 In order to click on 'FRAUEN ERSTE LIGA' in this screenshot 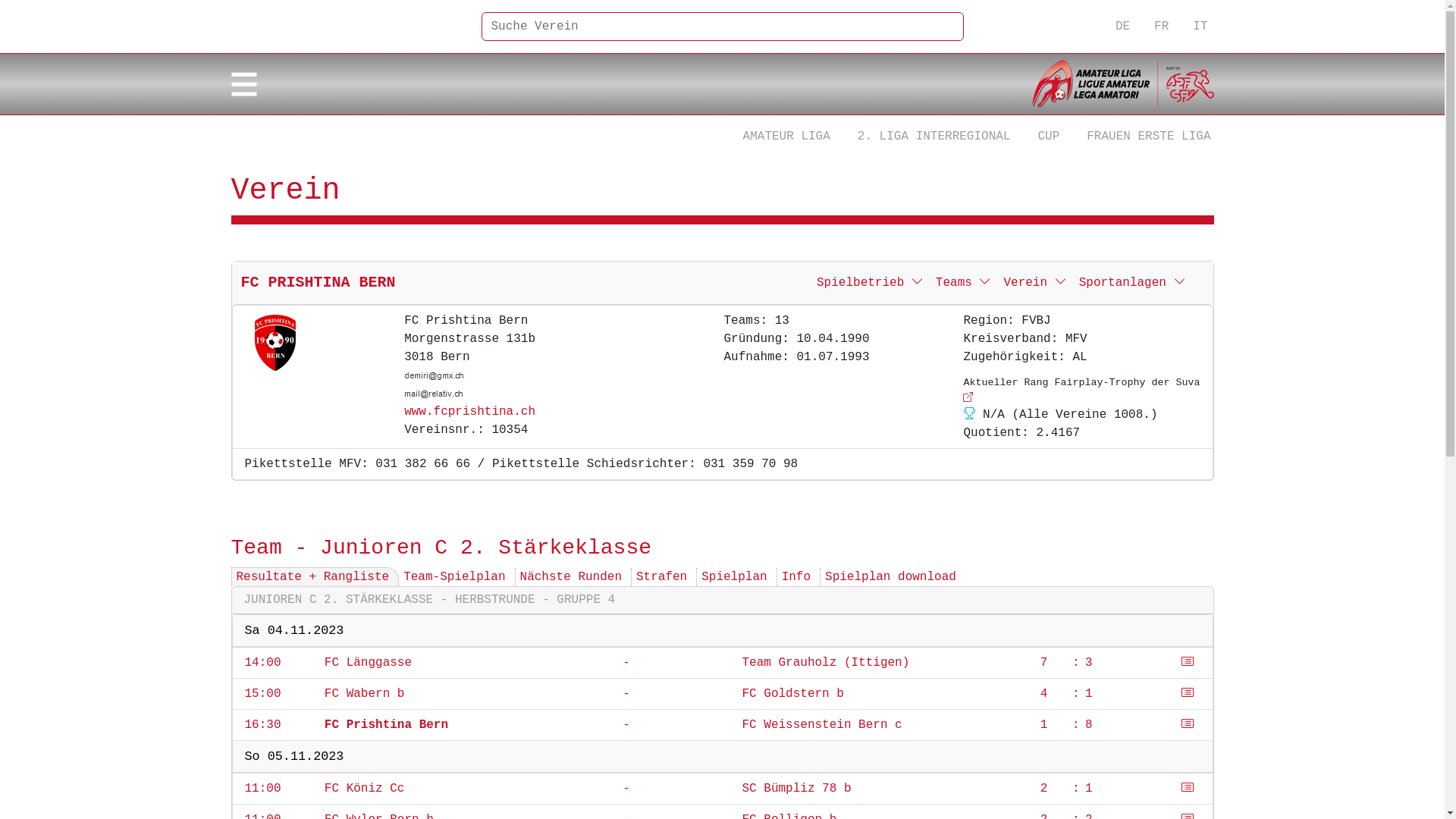, I will do `click(1148, 136)`.